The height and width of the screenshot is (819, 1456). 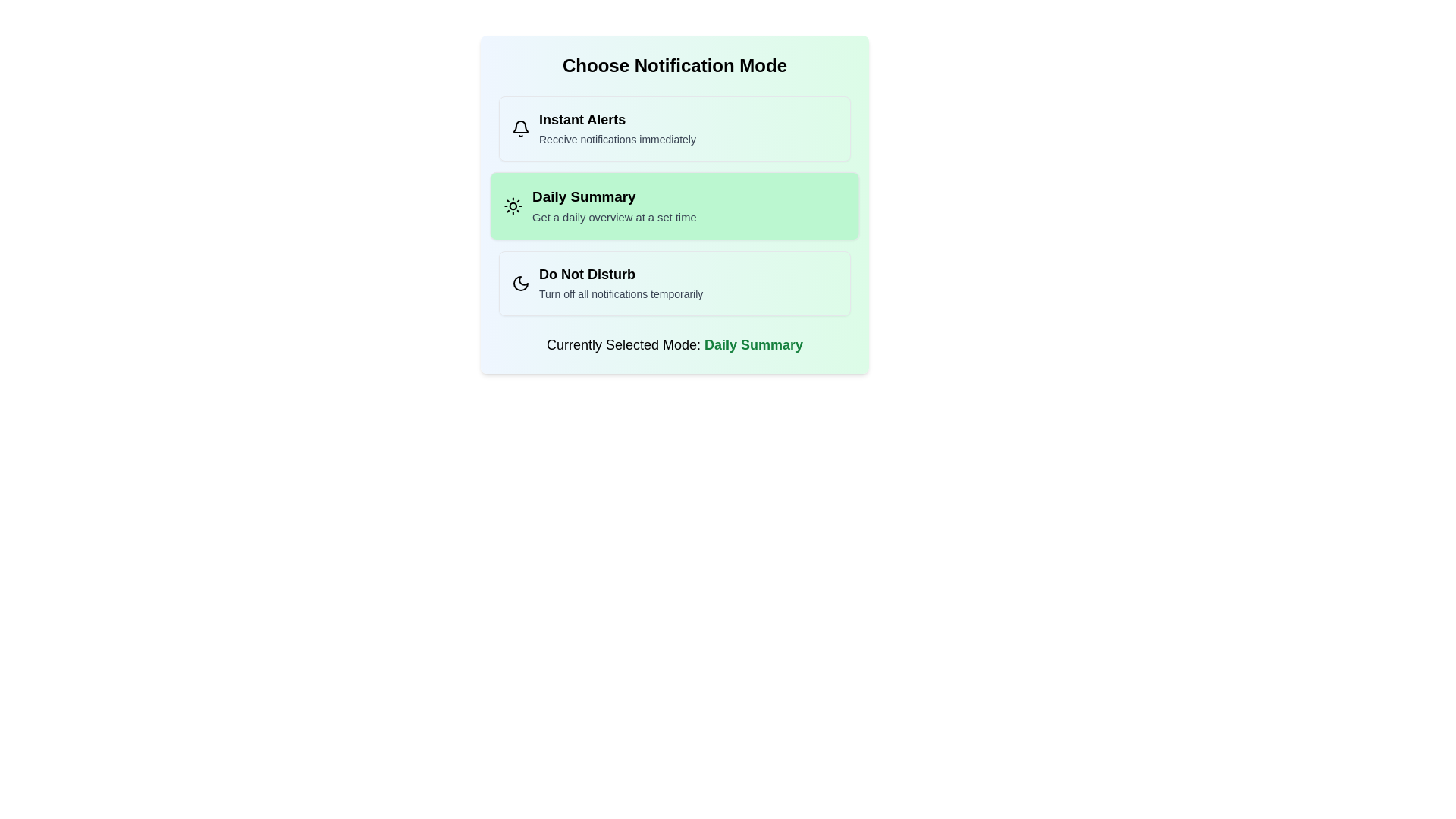 I want to click on the crescent moon icon representing the 'Do Not Disturb' option in the 'Choose Notification Mode' interface, so click(x=520, y=284).